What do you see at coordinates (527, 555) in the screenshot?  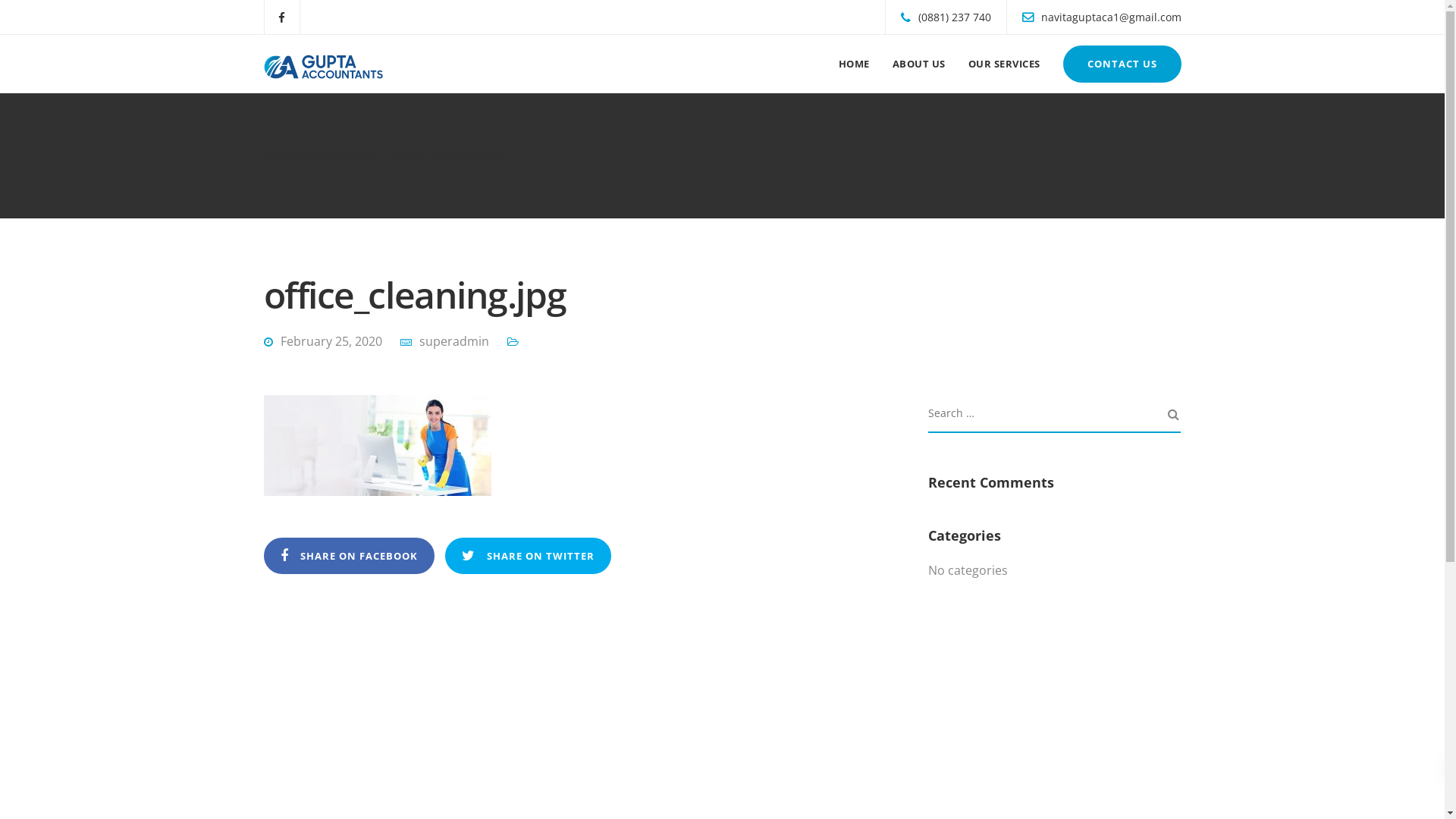 I see `'SHARE ON TWITTER'` at bounding box center [527, 555].